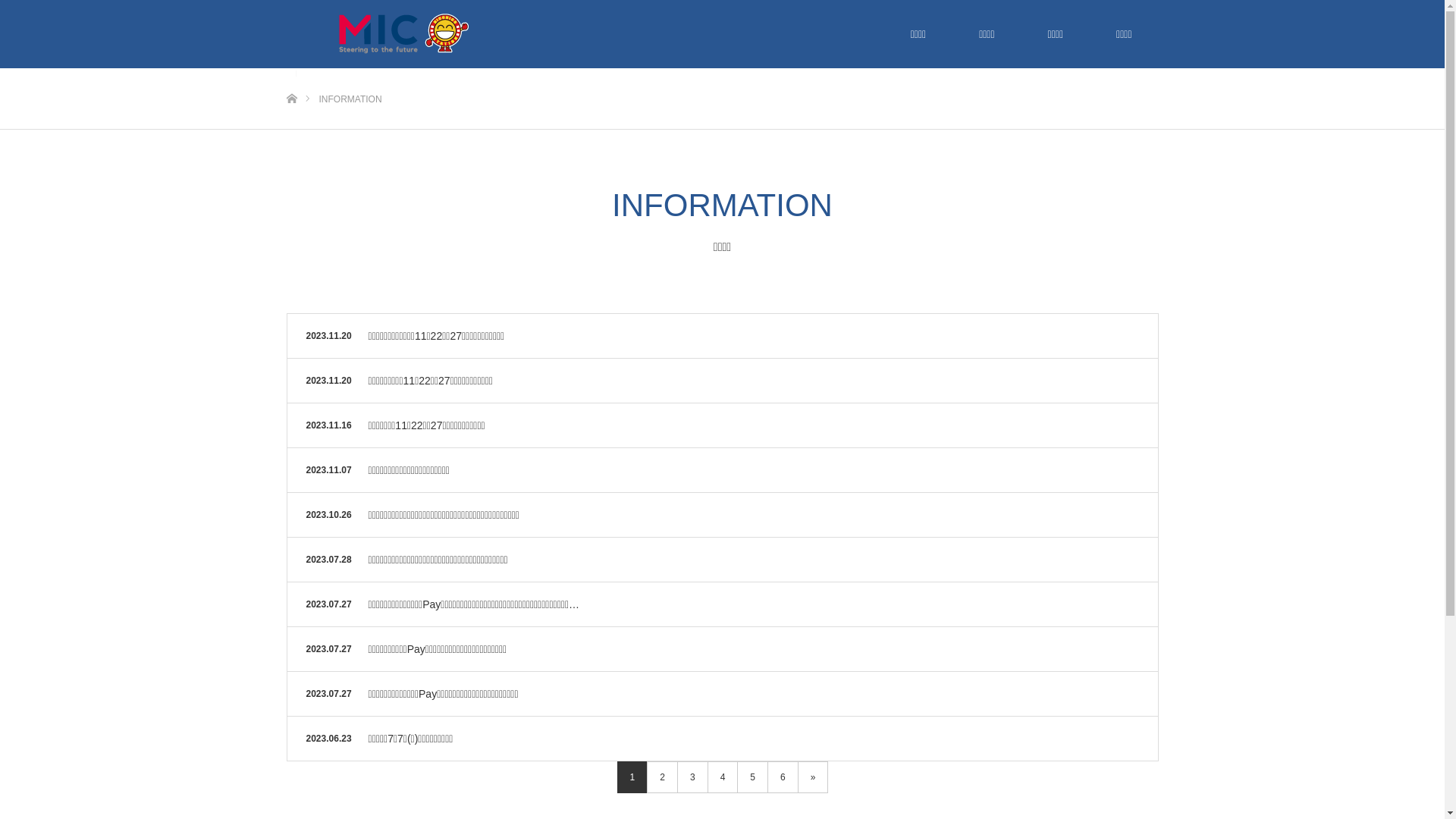  What do you see at coordinates (692, 777) in the screenshot?
I see `'3'` at bounding box center [692, 777].